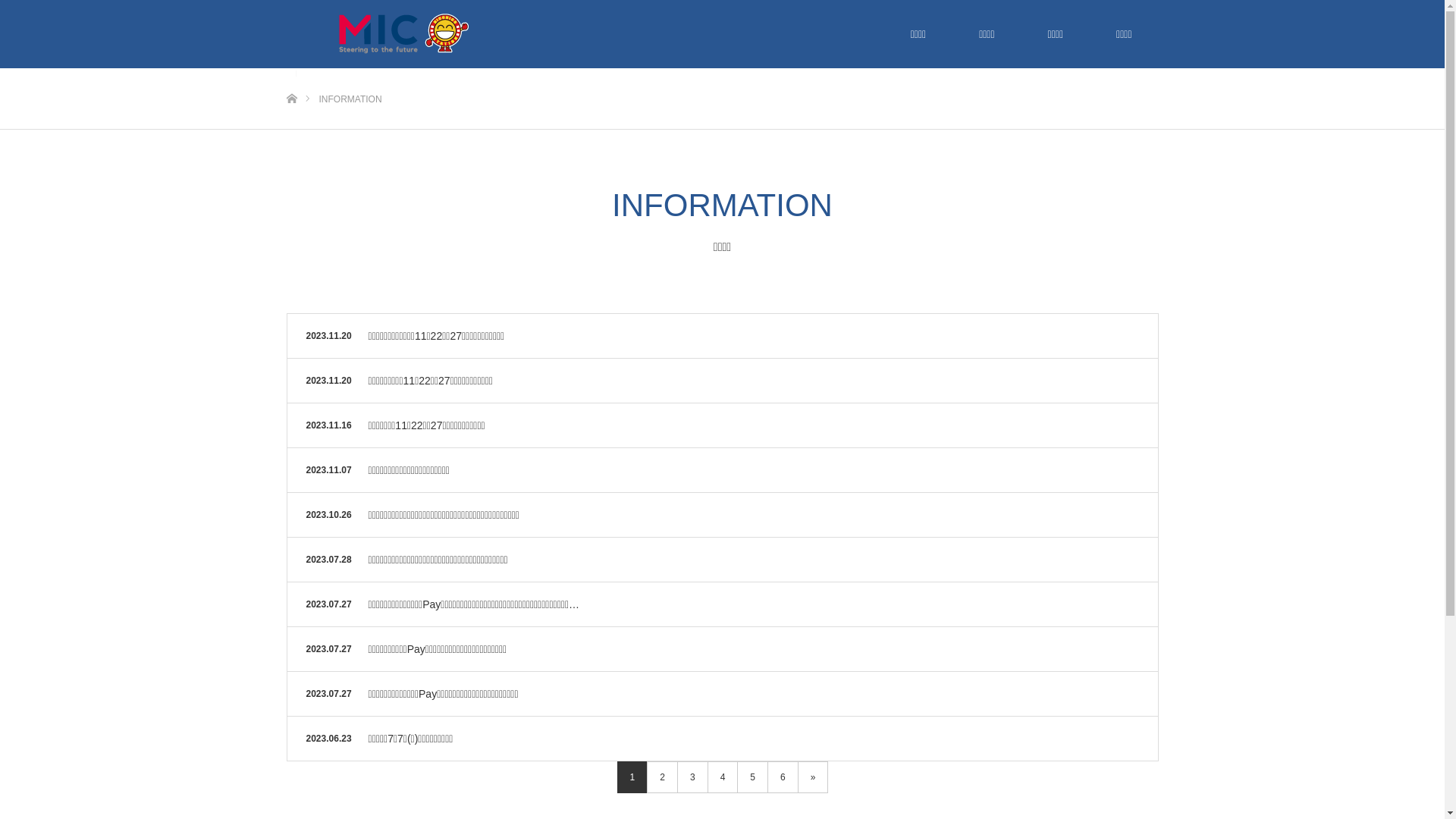  What do you see at coordinates (692, 777) in the screenshot?
I see `'3'` at bounding box center [692, 777].